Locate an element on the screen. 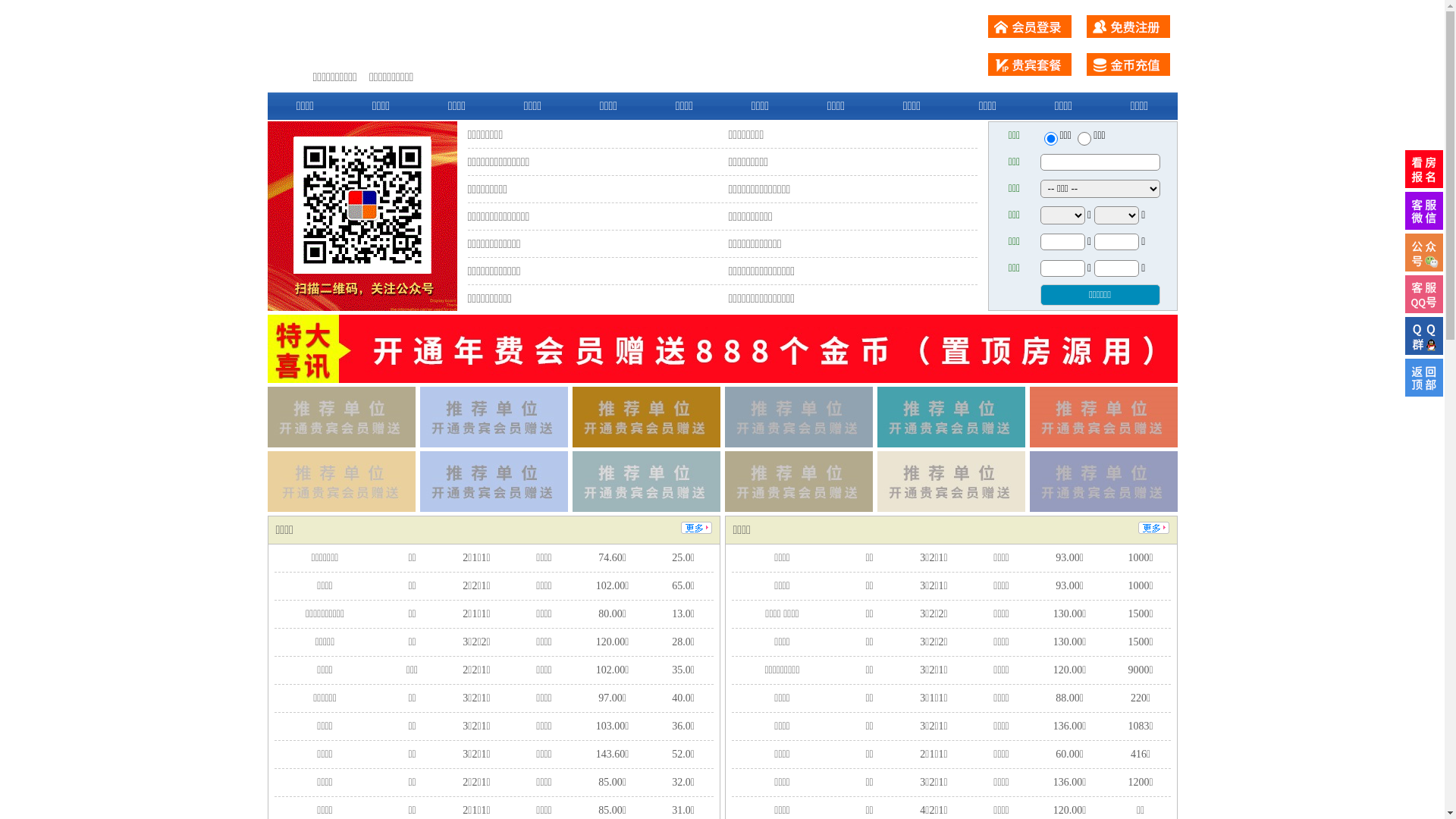  'chuzu' is located at coordinates (1076, 138).